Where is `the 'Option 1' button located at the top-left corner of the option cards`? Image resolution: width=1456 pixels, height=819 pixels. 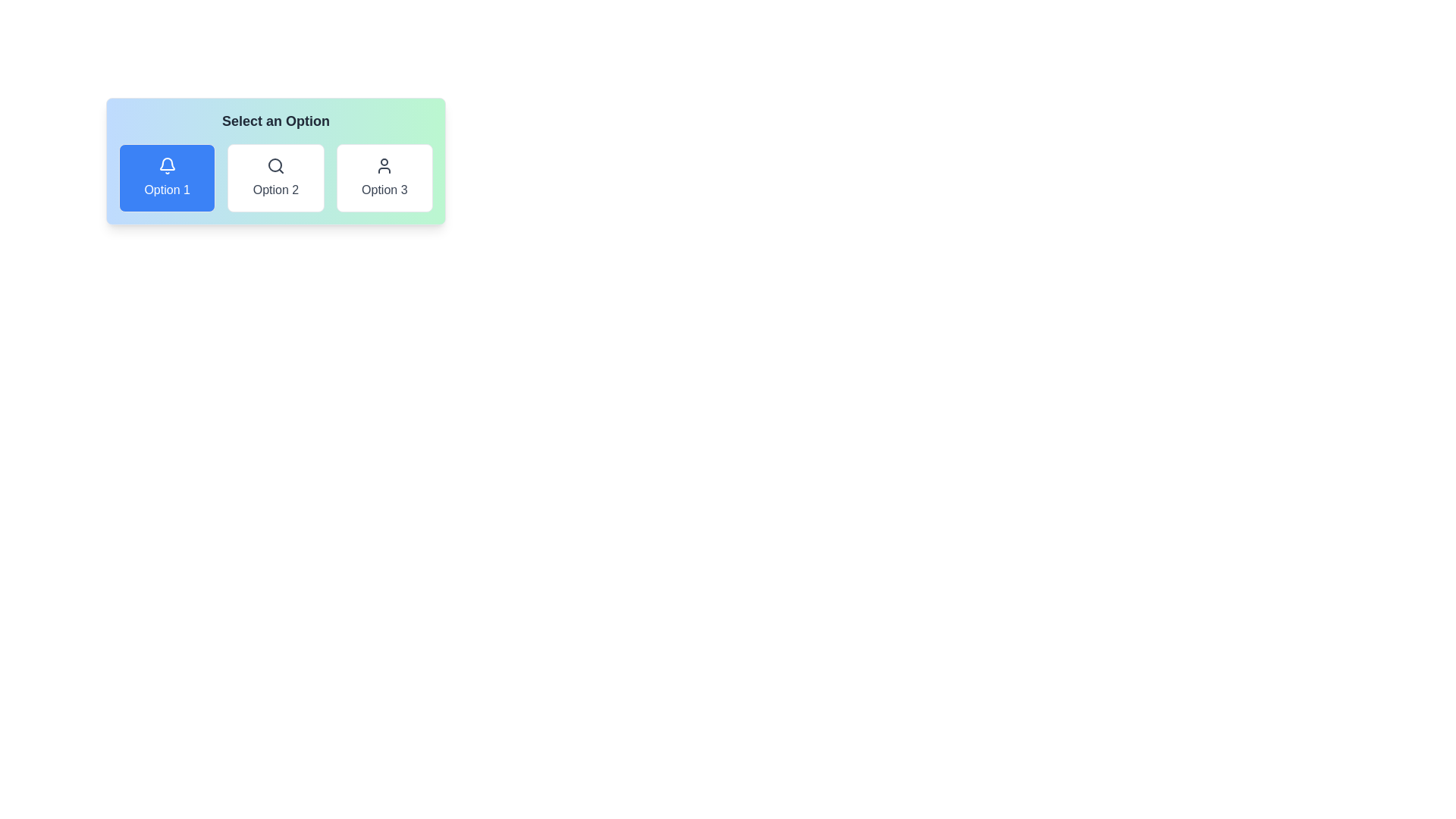 the 'Option 1' button located at the top-left corner of the option cards is located at coordinates (167, 177).